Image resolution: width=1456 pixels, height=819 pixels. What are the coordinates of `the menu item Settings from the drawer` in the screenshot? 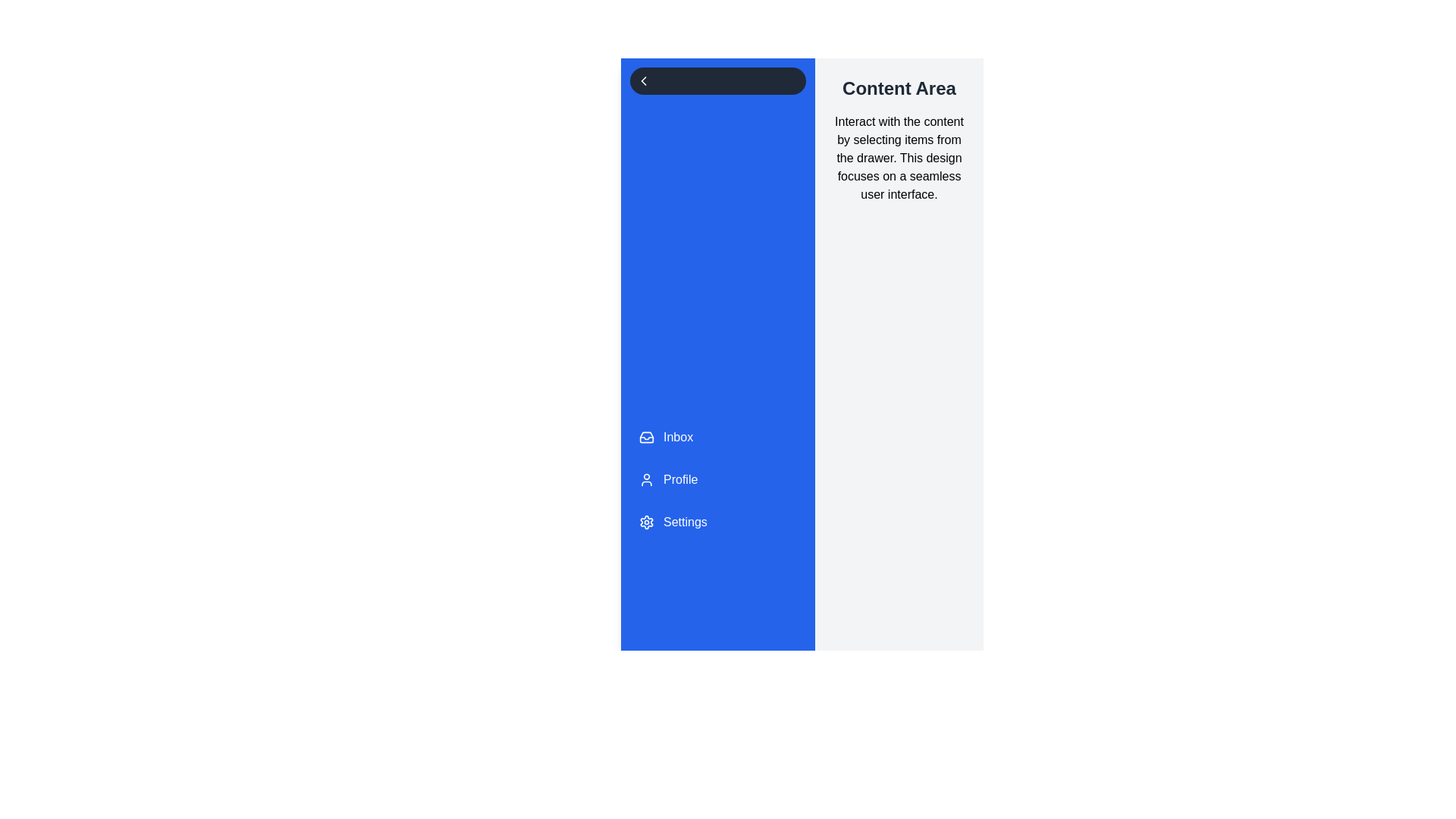 It's located at (717, 522).